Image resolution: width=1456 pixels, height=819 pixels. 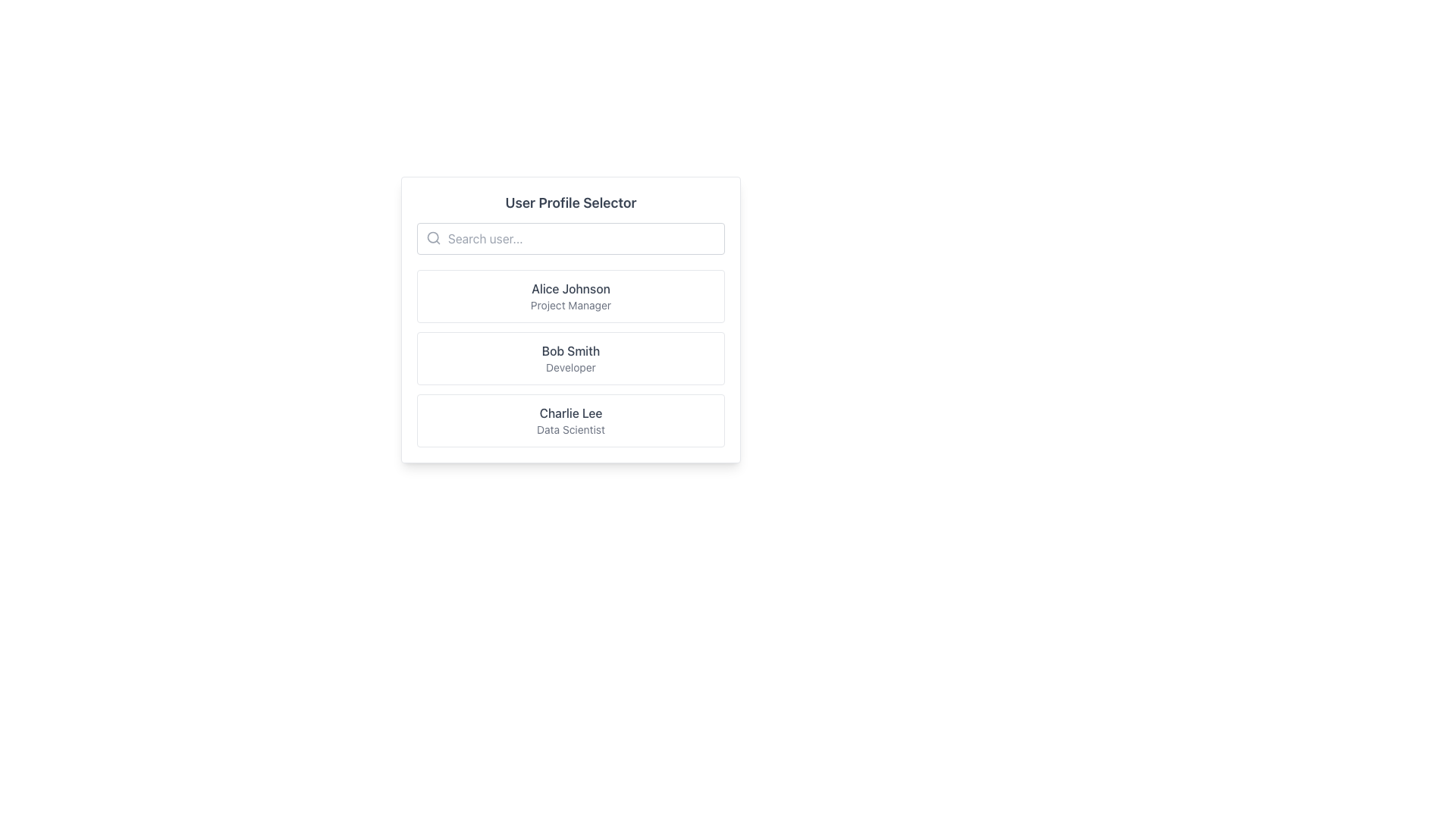 I want to click on the first user profile's text display to trigger a detailed view of the user information, so click(x=570, y=296).